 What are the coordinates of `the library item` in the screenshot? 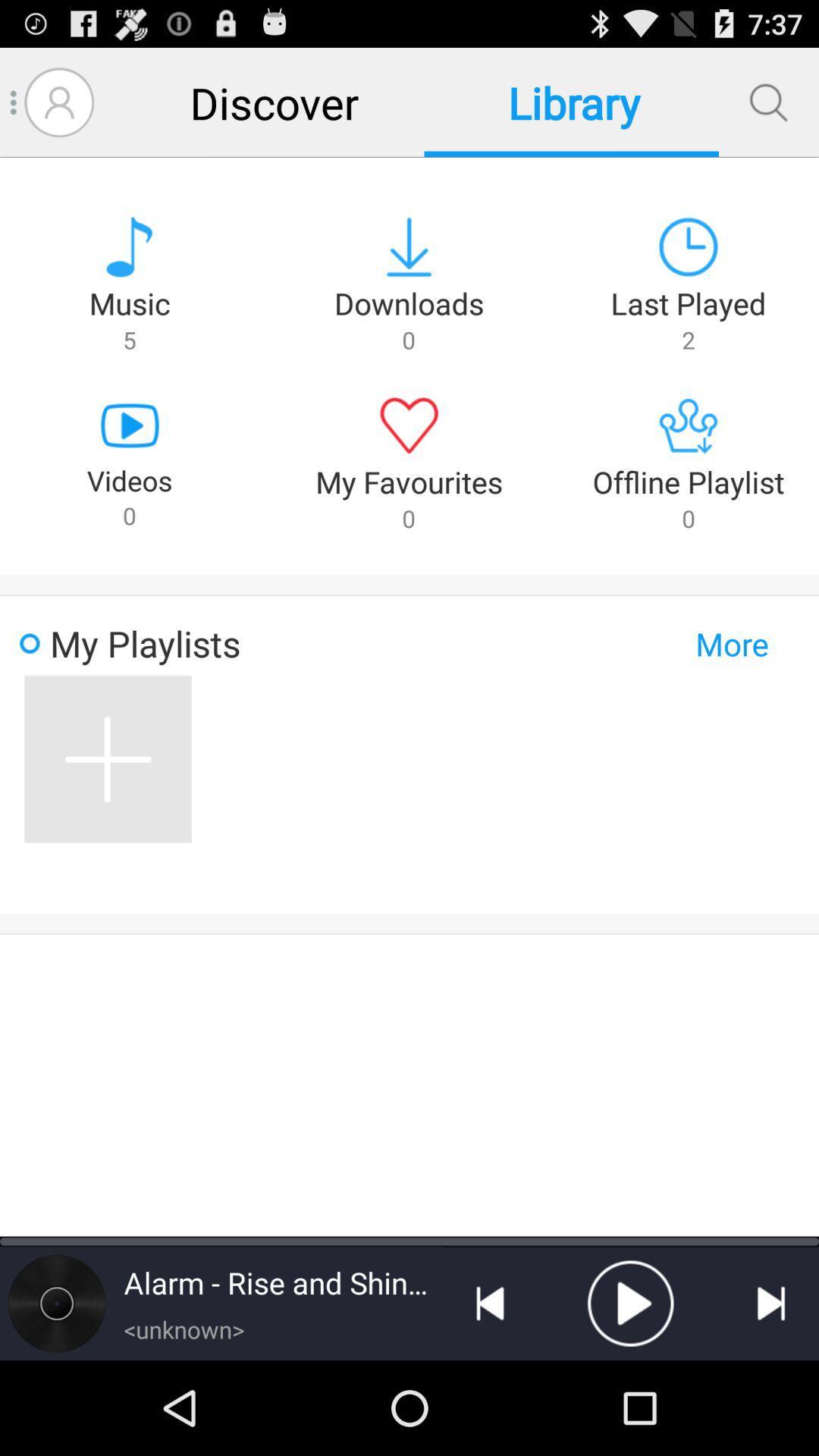 It's located at (571, 102).